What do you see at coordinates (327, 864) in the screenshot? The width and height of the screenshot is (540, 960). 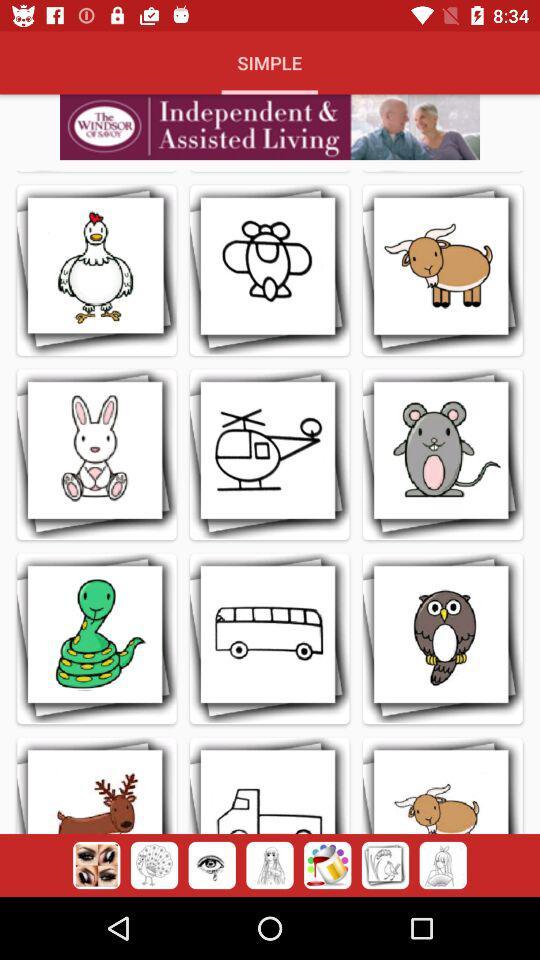 I see `the avatar icon` at bounding box center [327, 864].